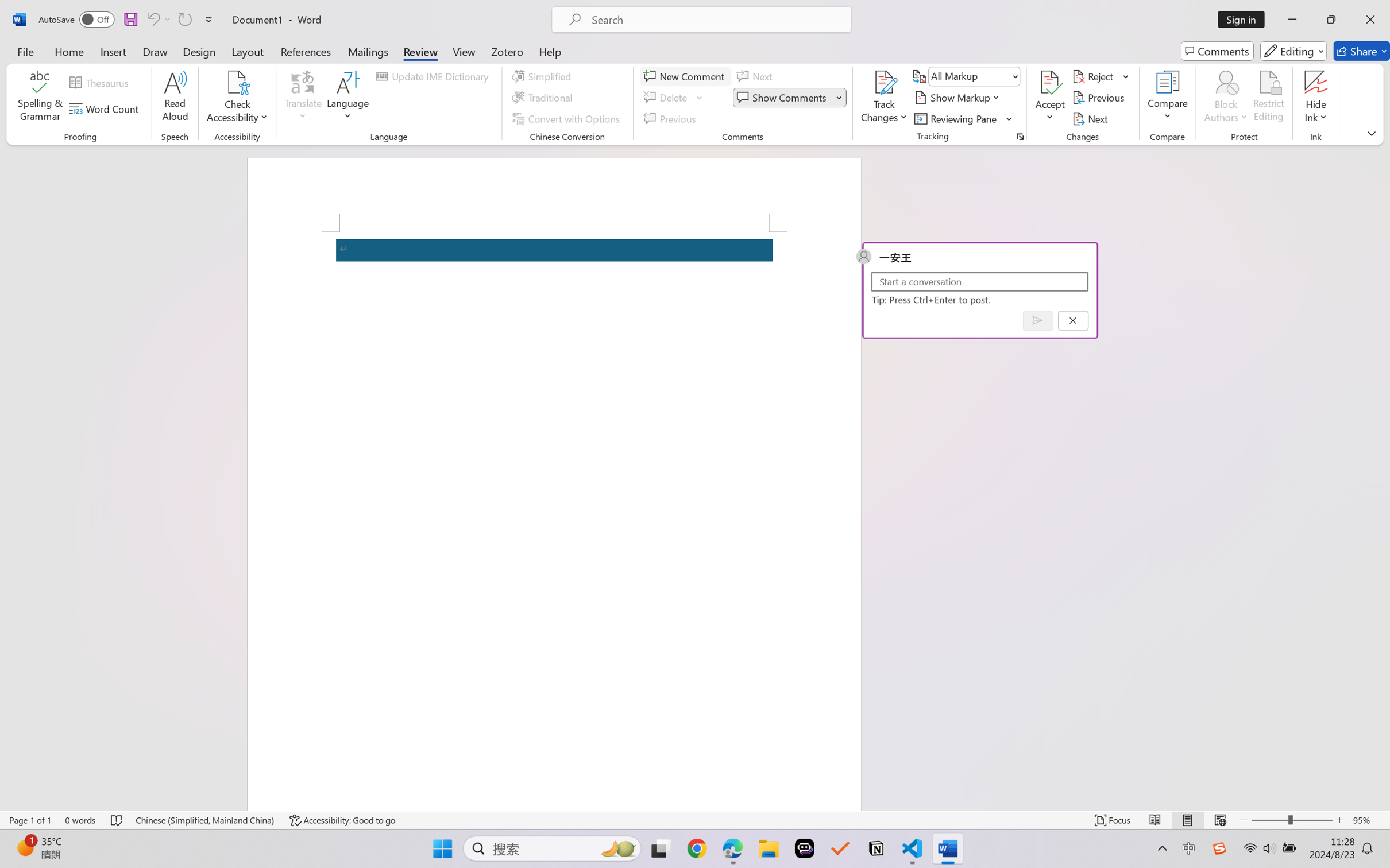 This screenshot has height=868, width=1390. Describe the element at coordinates (157, 19) in the screenshot. I see `'Undo Apply Quick Style Set'` at that location.